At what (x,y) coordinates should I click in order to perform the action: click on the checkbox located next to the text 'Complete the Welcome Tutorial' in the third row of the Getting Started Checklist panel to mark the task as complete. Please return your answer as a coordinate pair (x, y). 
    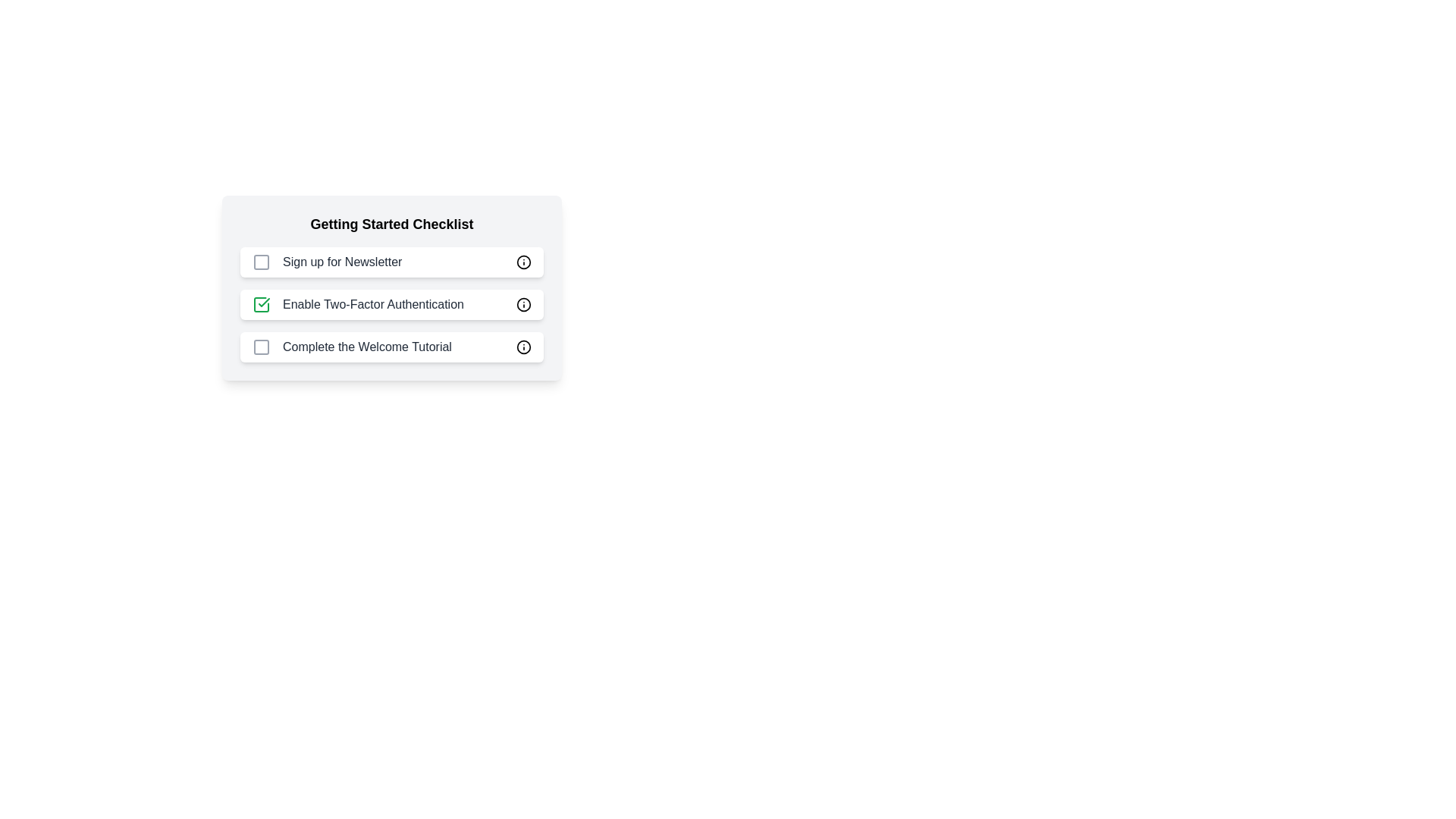
    Looking at the image, I should click on (262, 347).